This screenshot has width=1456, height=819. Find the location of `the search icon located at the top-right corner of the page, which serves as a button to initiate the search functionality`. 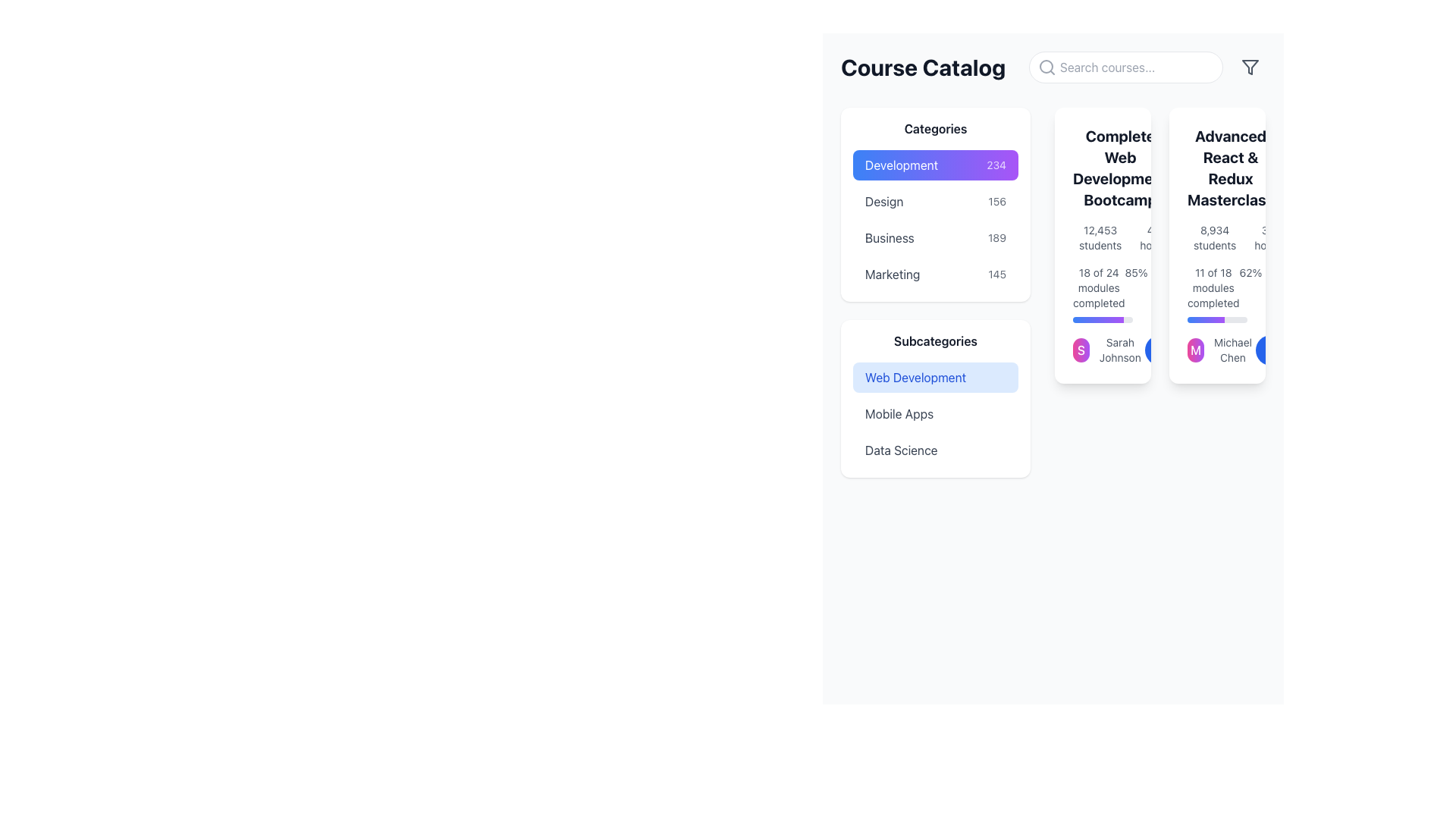

the search icon located at the top-right corner of the page, which serves as a button to initiate the search functionality is located at coordinates (1046, 66).